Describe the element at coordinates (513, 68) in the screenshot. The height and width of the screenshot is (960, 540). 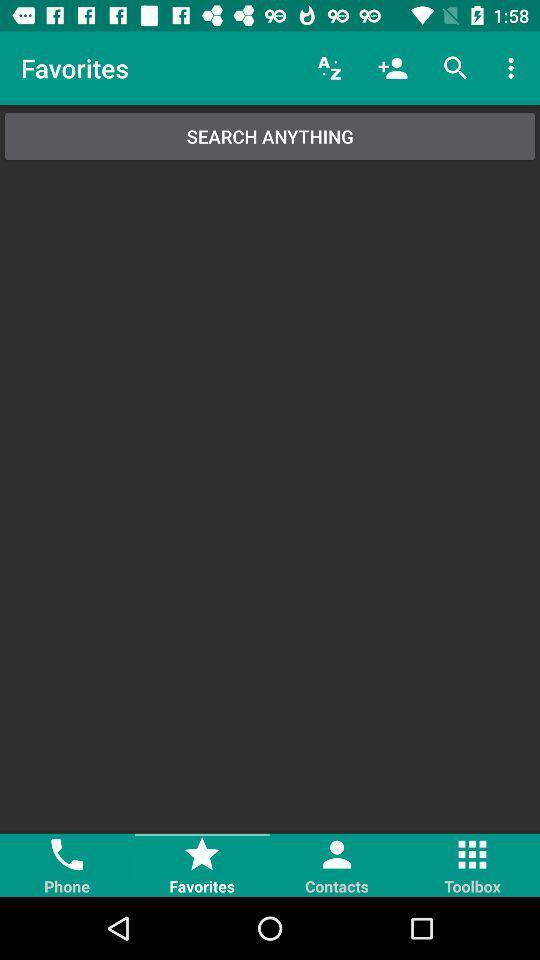
I see `the icon above search anything` at that location.